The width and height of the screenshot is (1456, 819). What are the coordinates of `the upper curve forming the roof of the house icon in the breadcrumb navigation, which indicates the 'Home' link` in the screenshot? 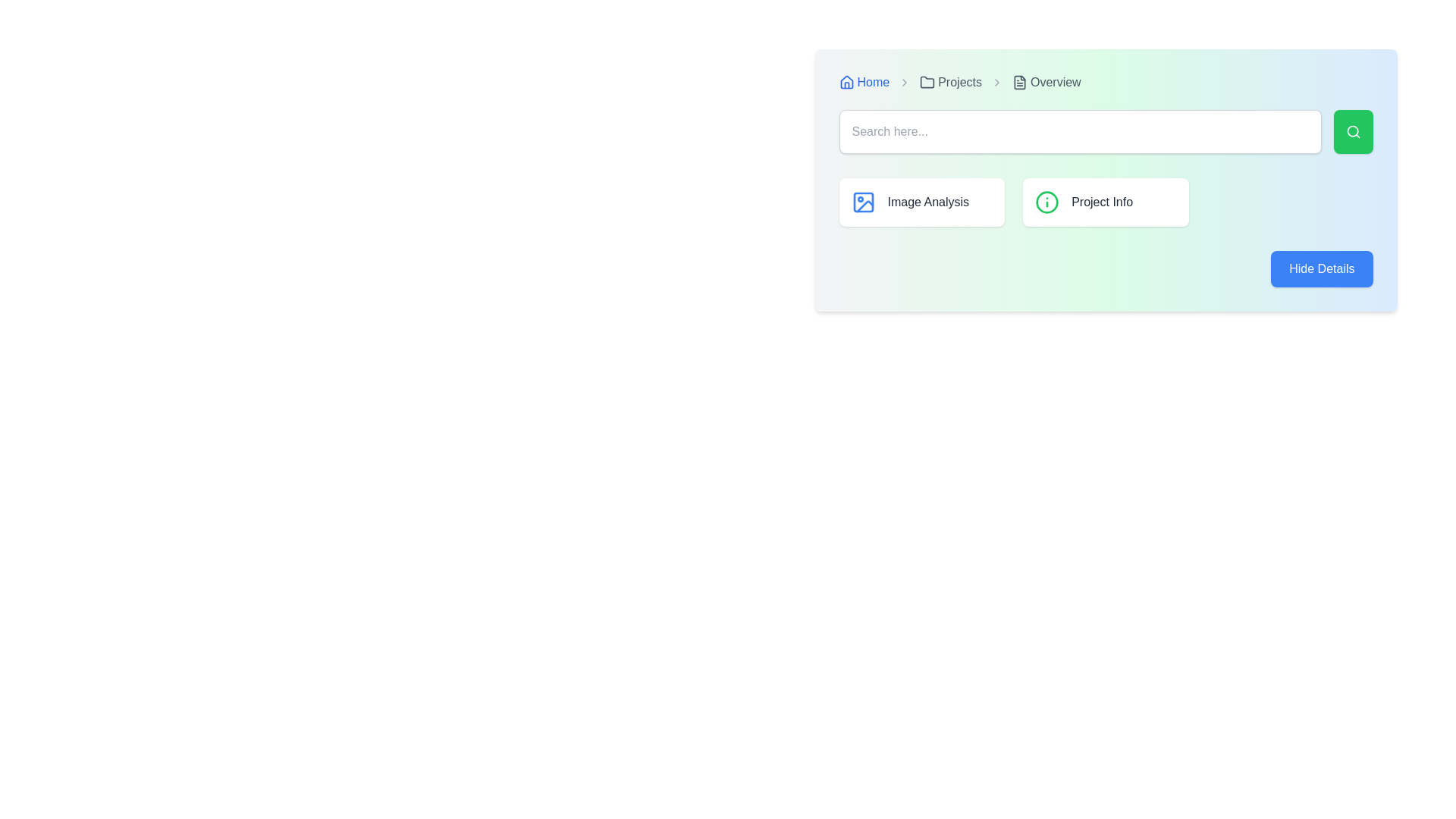 It's located at (846, 82).